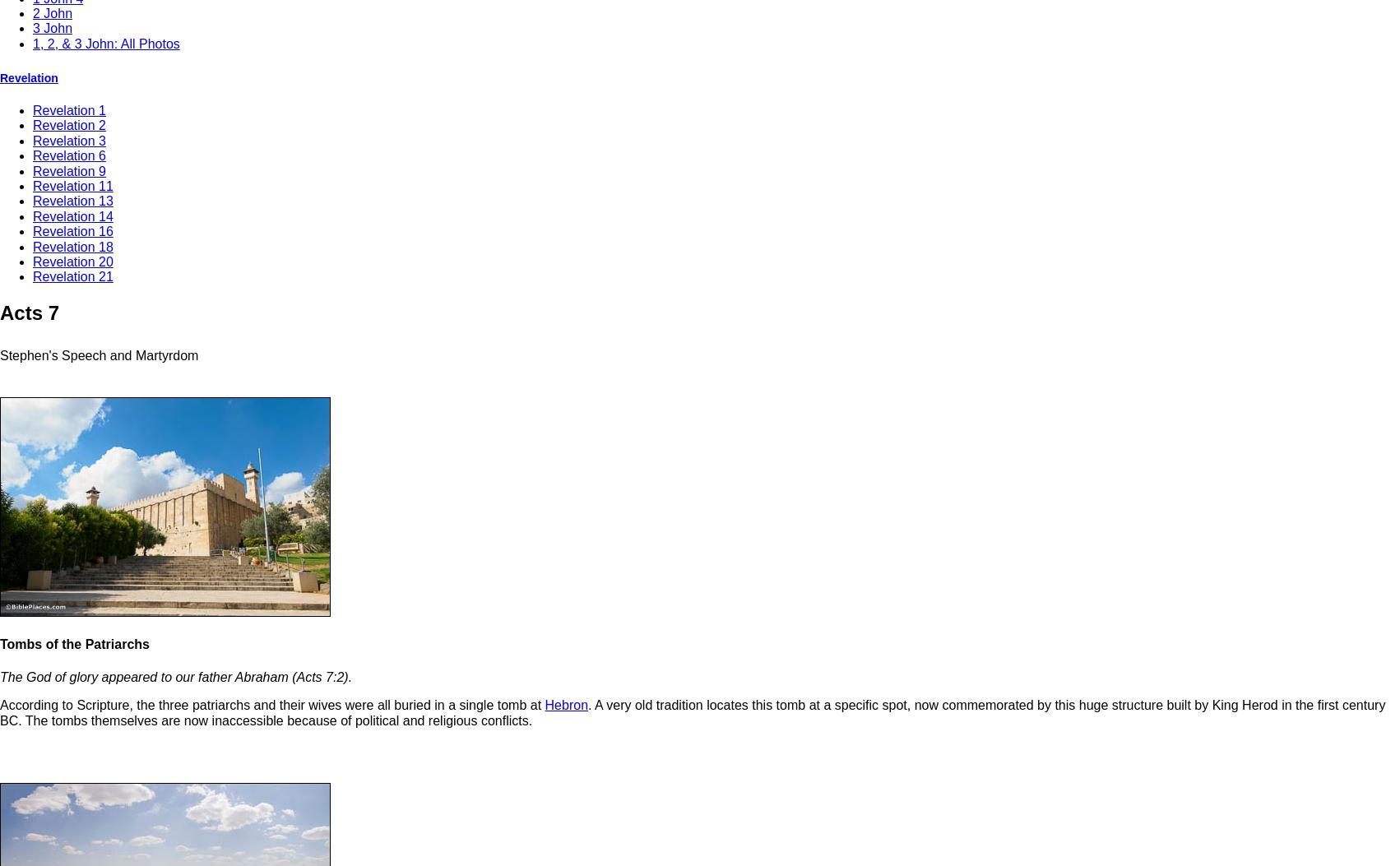  I want to click on 'Revelation 16', so click(72, 230).